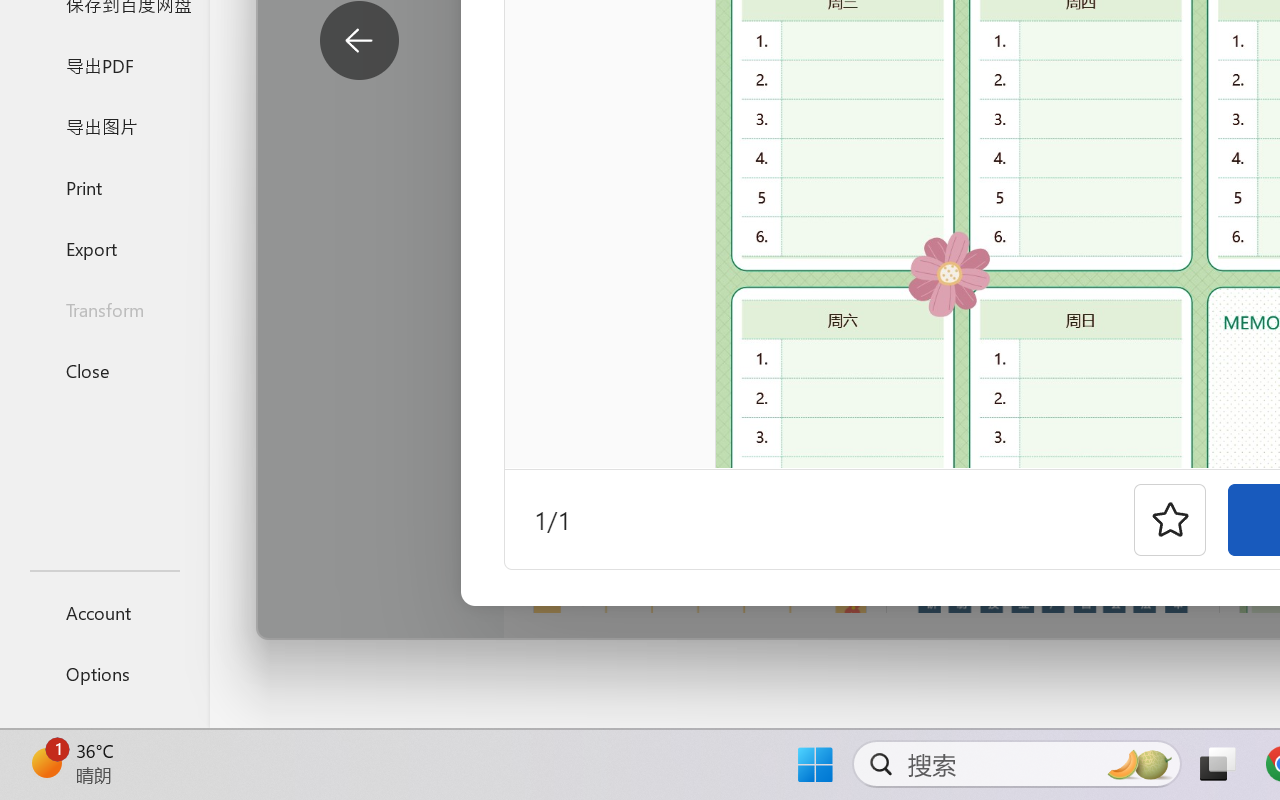 This screenshot has width=1280, height=800. I want to click on 'Options', so click(103, 673).